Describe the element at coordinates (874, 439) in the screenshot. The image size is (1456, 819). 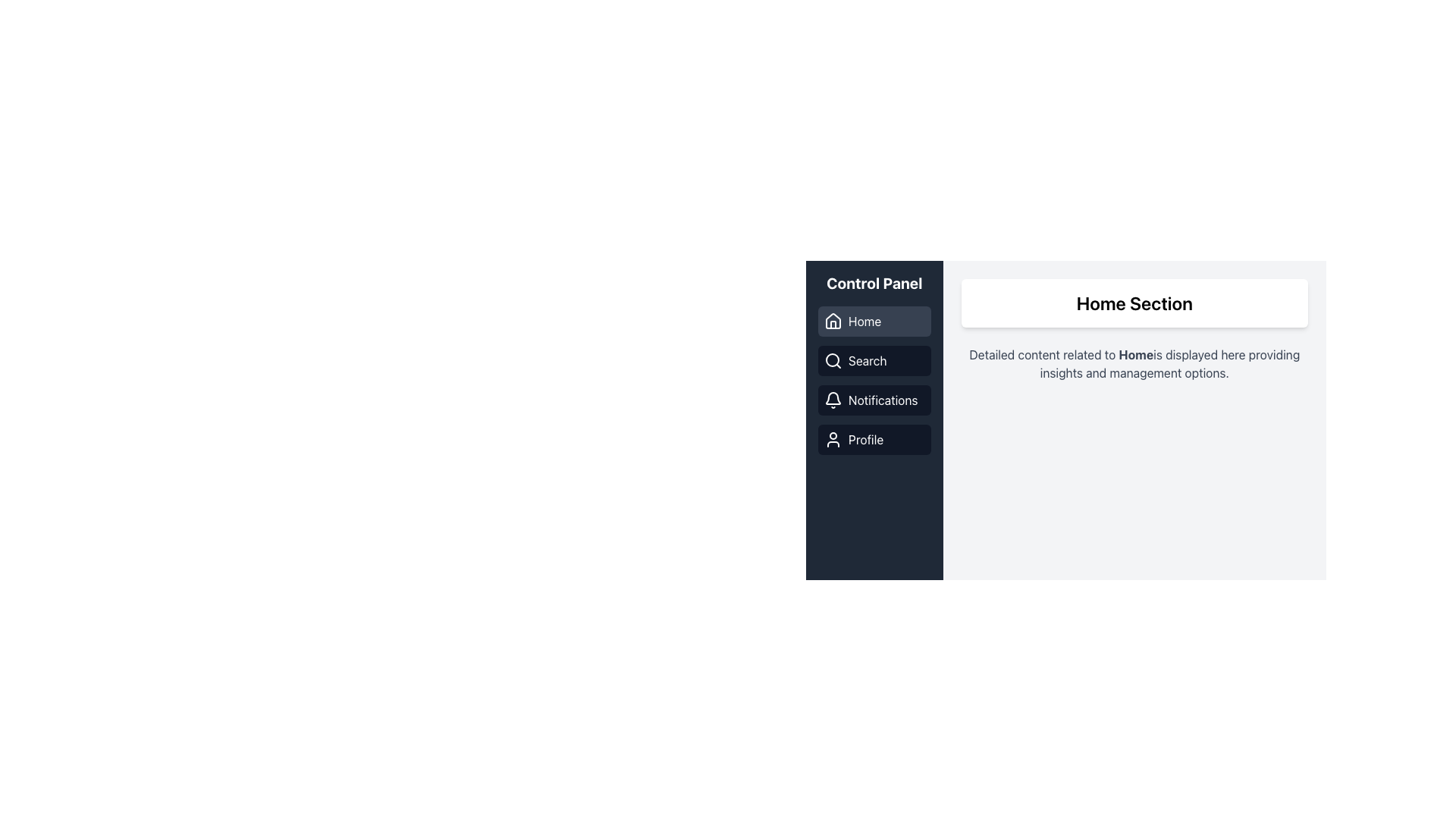
I see `the navigational button located as the fourth item in the vertical sidebar, below the 'Notifications' item` at that location.